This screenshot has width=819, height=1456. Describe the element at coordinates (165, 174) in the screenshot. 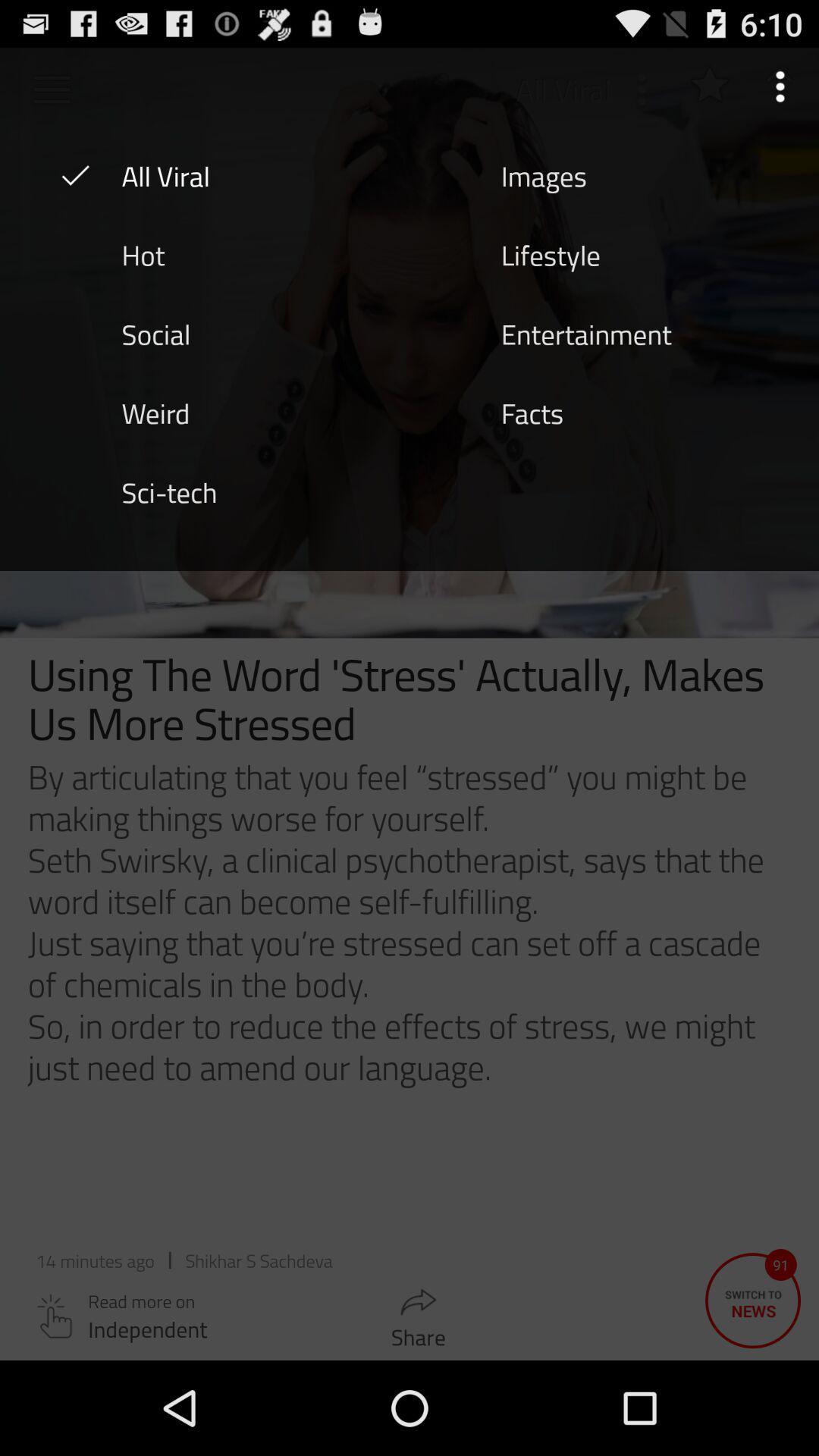

I see `the all viral` at that location.